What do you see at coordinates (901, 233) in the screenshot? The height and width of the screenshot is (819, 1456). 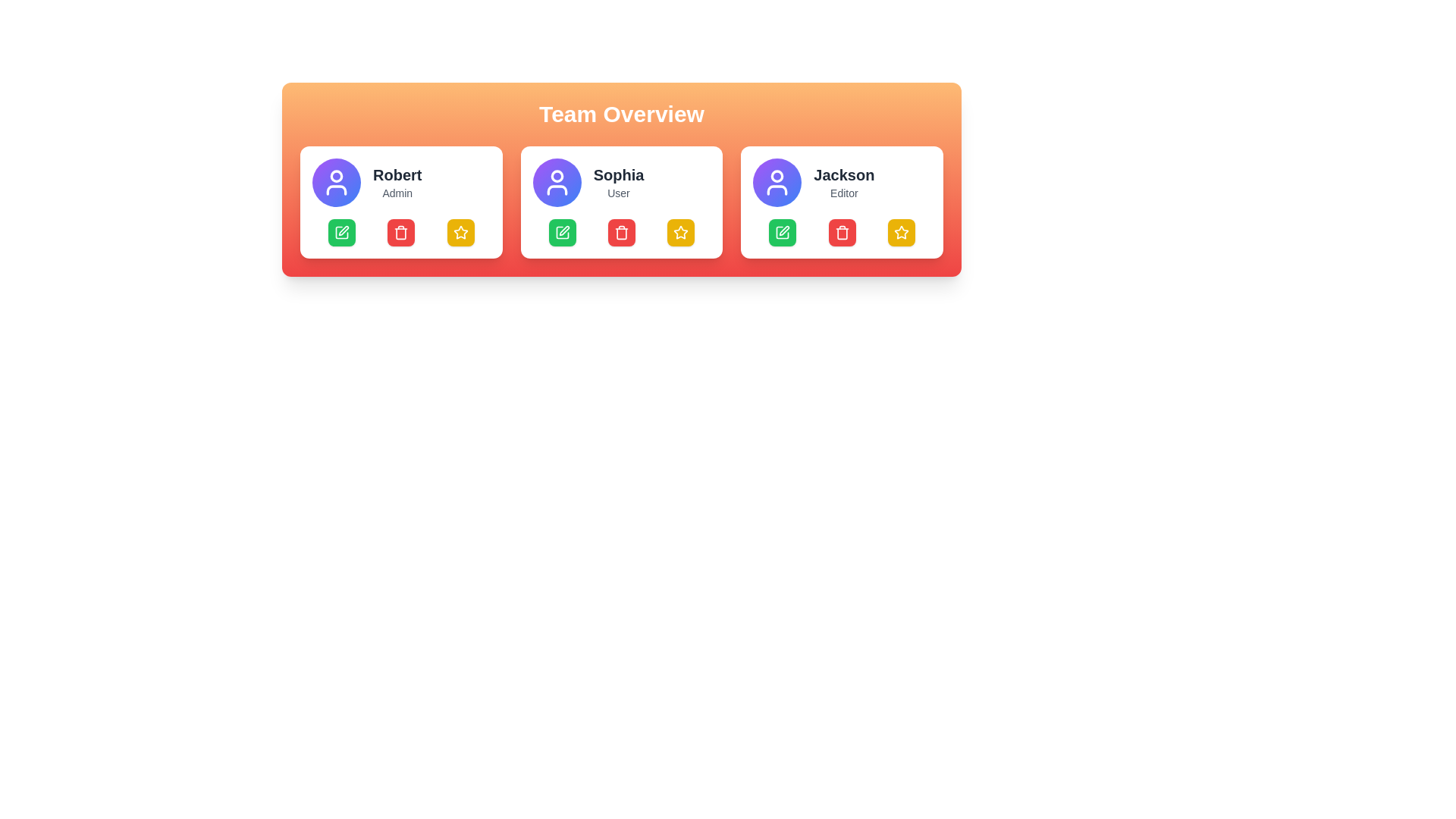 I see `the golden-yellow star-shaped icon located in the bottom-right corner of Jackson's card` at bounding box center [901, 233].